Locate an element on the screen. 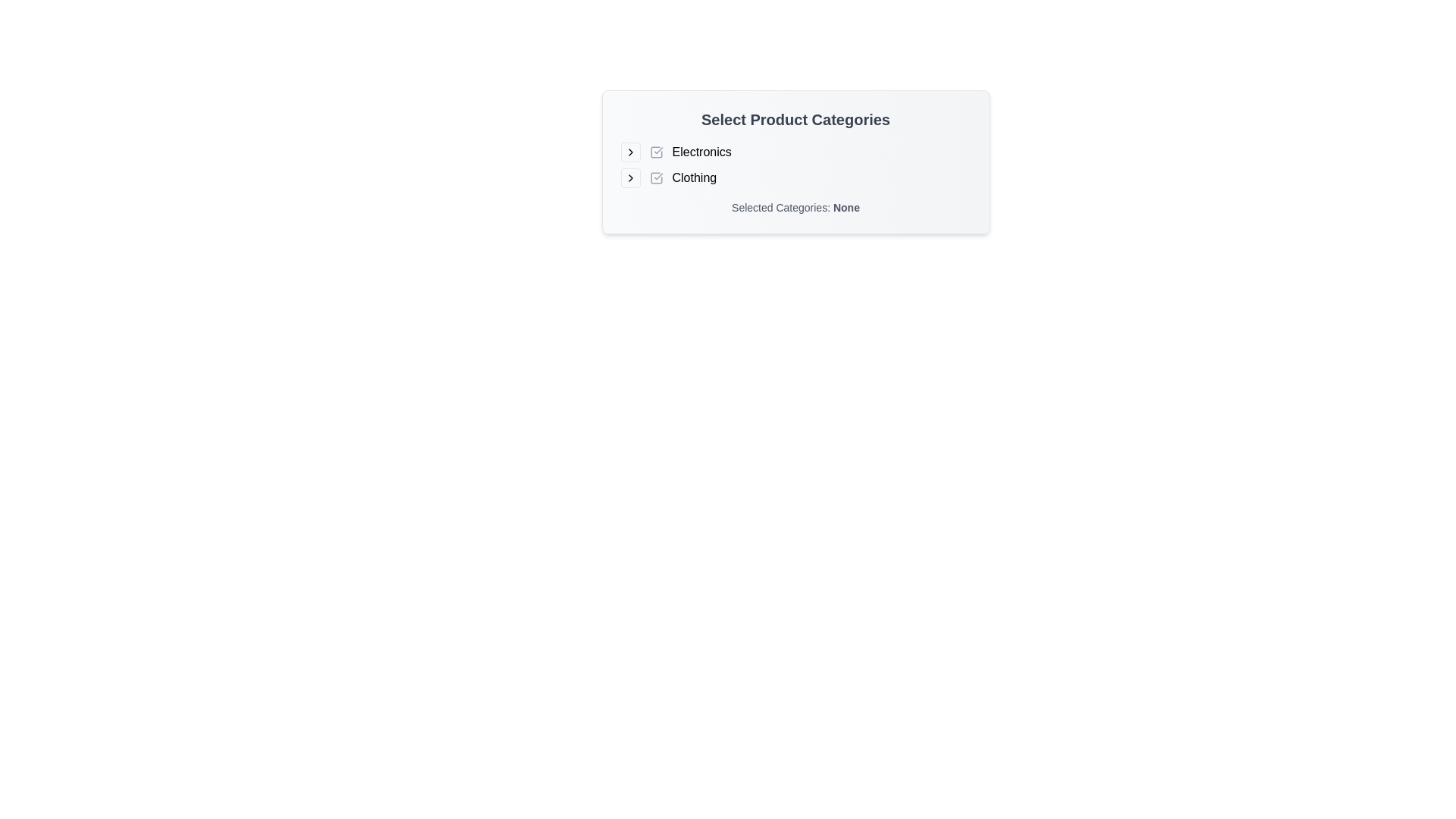 The height and width of the screenshot is (819, 1456). the checkbox represented by an SVG graphic located to the left of the 'Electronics' label in the product categories list is located at coordinates (656, 152).